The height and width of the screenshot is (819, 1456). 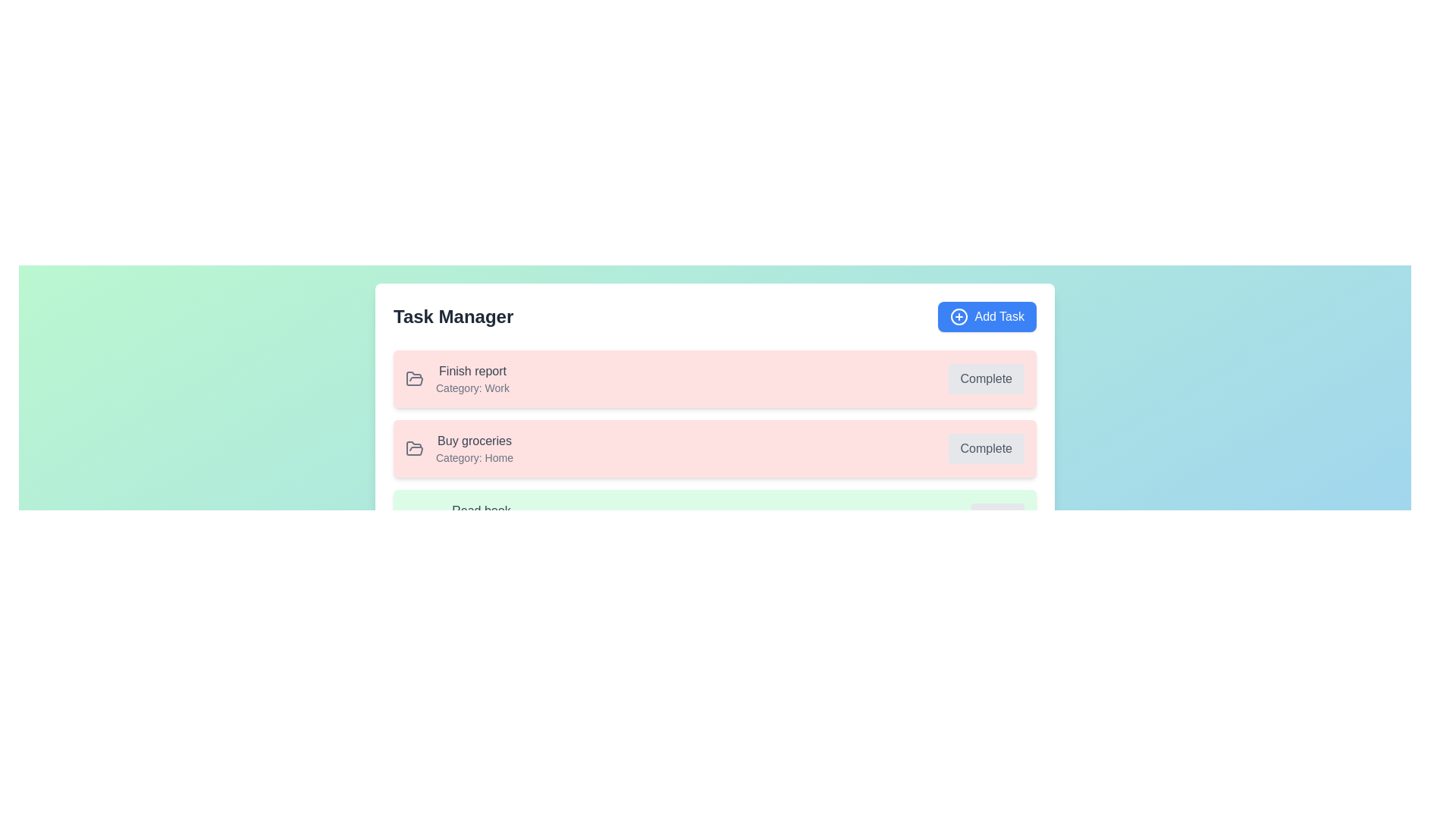 What do you see at coordinates (986, 447) in the screenshot?
I see `the 'Completed' button for the 'Buy groceries' task located on the right side of the task card` at bounding box center [986, 447].